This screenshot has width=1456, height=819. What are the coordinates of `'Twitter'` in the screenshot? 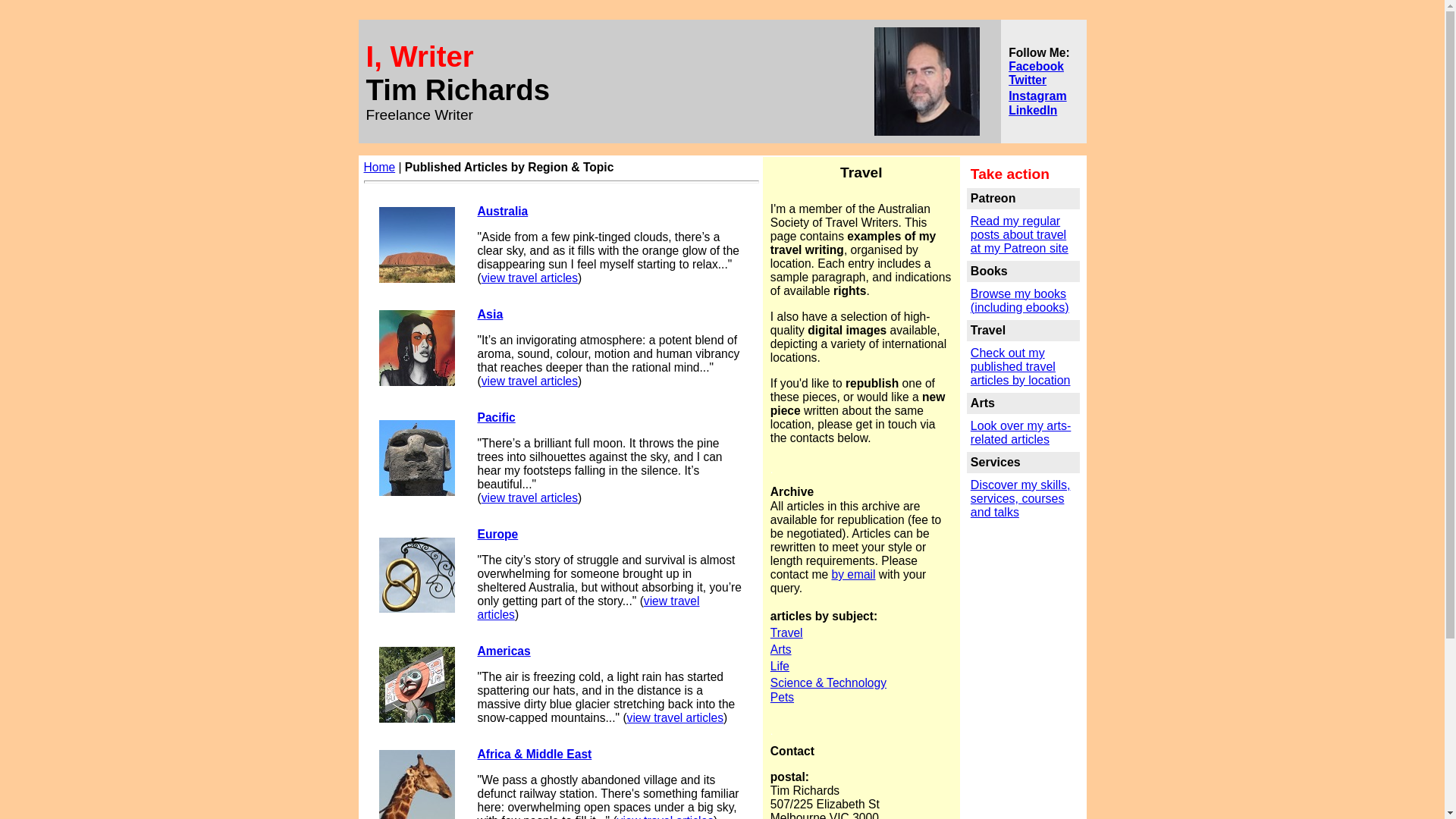 It's located at (1008, 79).